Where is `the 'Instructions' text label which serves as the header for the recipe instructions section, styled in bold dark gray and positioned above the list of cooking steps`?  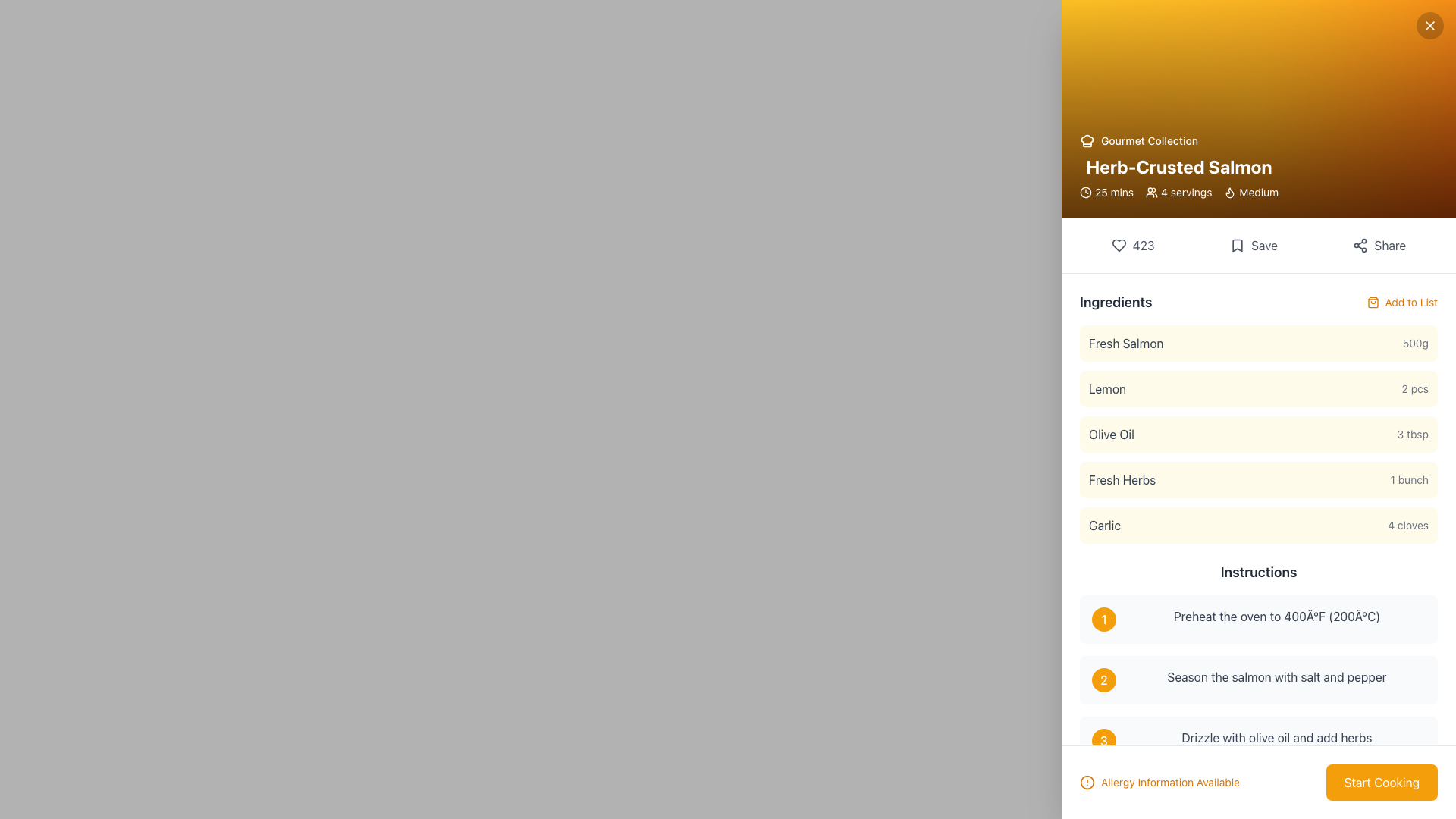 the 'Instructions' text label which serves as the header for the recipe instructions section, styled in bold dark gray and positioned above the list of cooking steps is located at coordinates (1259, 573).